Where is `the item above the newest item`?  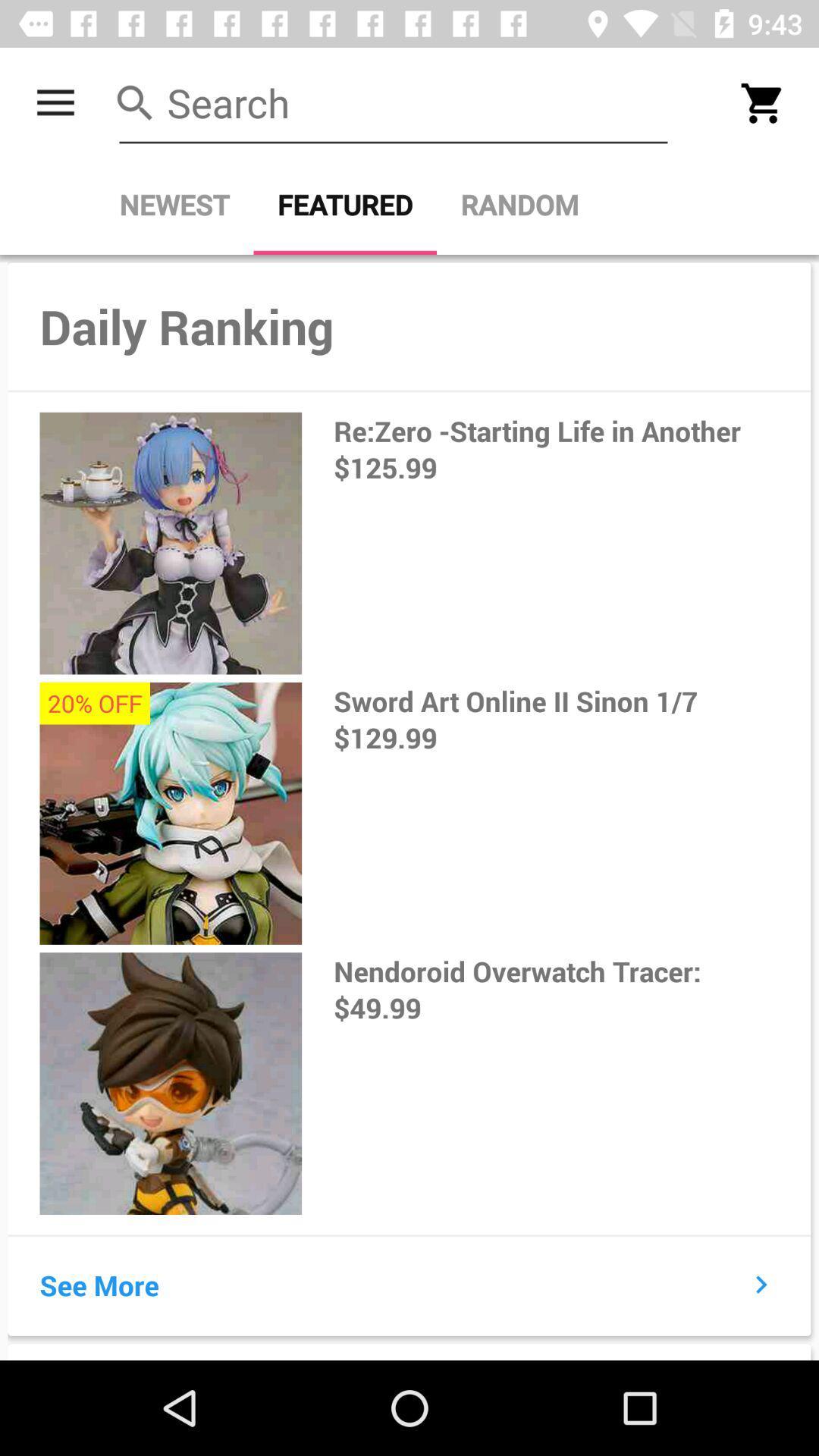 the item above the newest item is located at coordinates (55, 102).